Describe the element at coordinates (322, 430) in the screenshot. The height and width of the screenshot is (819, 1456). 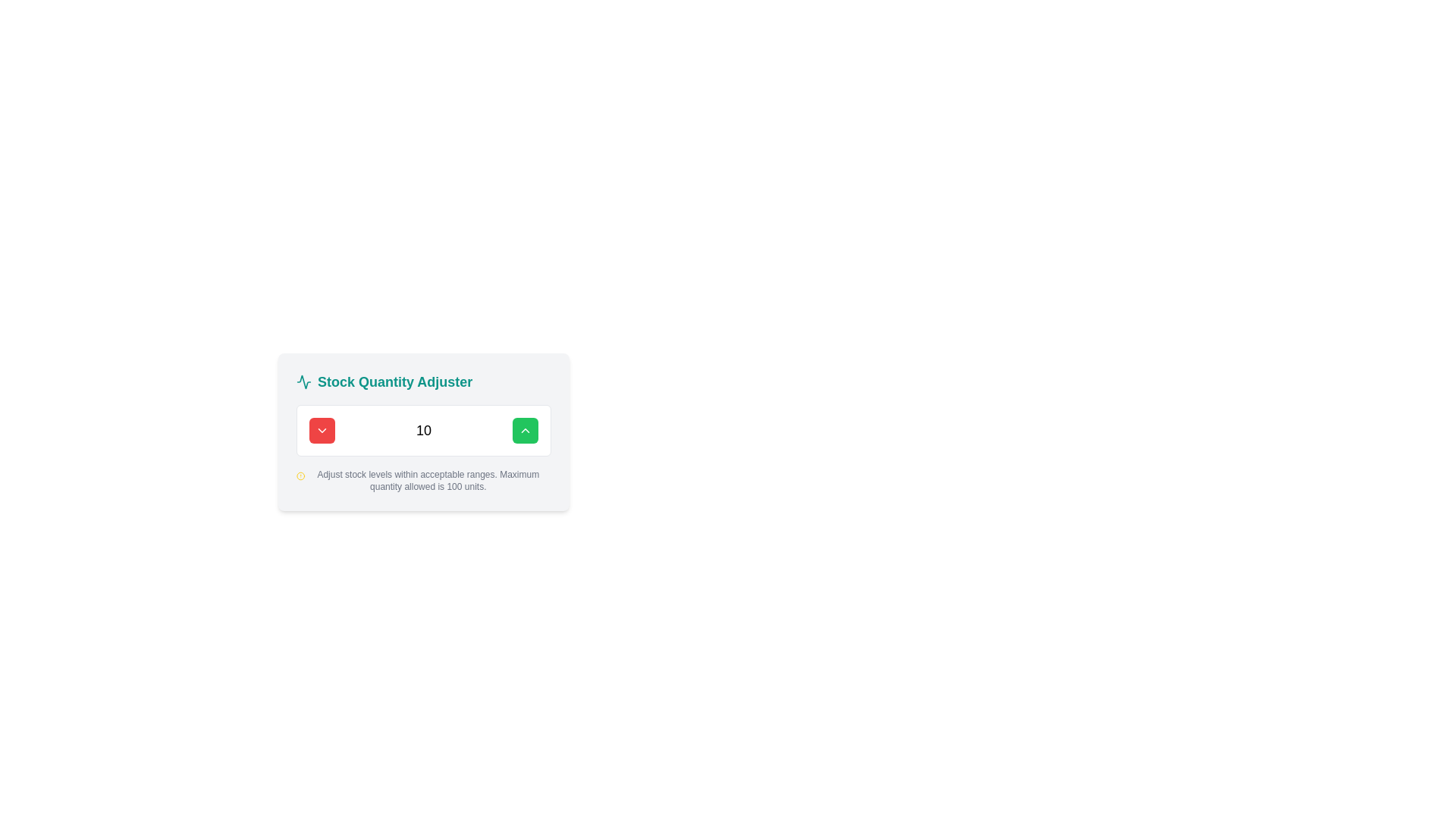
I see `the decrement icon located centrally within the red button on the left side of the numeric adjuster interface to initiate a decrement action` at that location.